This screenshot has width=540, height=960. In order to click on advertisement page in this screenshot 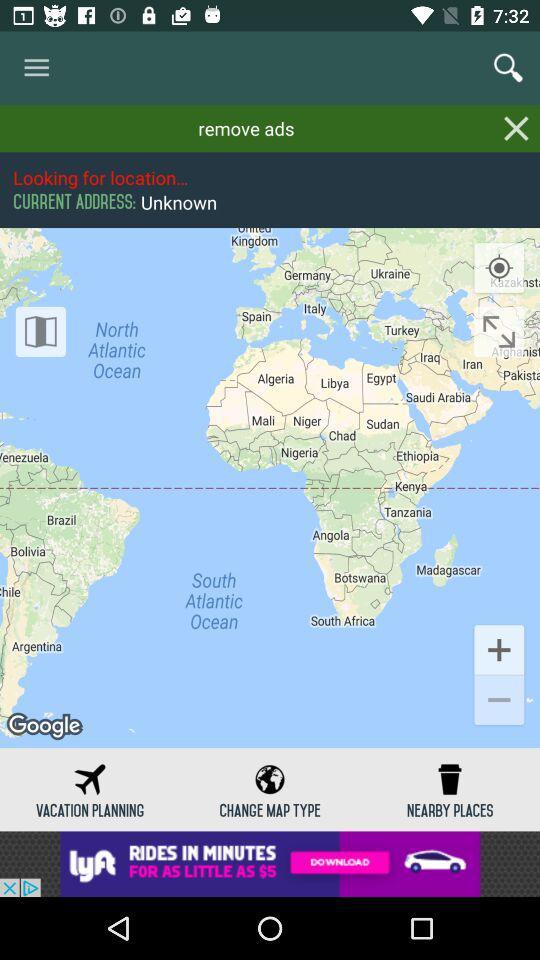, I will do `click(270, 863)`.